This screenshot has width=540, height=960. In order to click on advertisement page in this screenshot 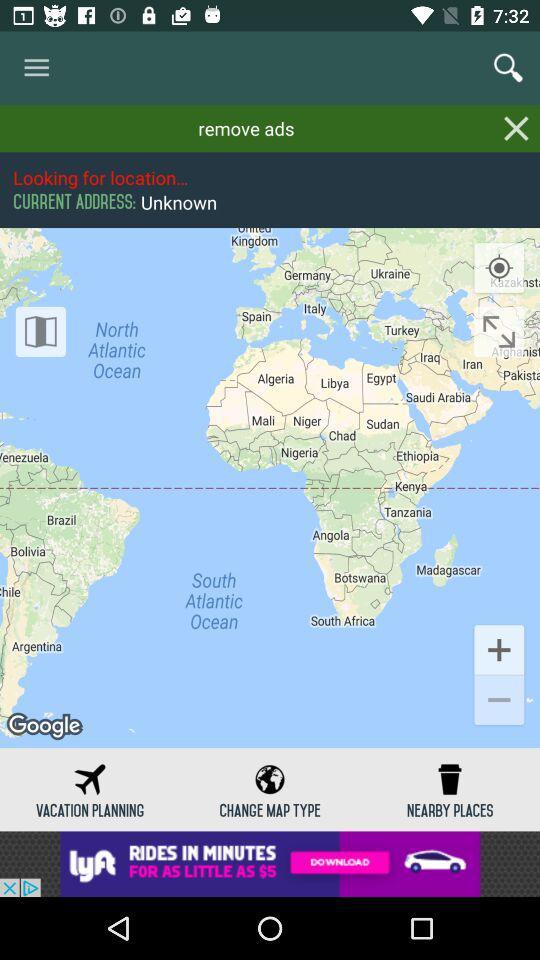, I will do `click(270, 863)`.